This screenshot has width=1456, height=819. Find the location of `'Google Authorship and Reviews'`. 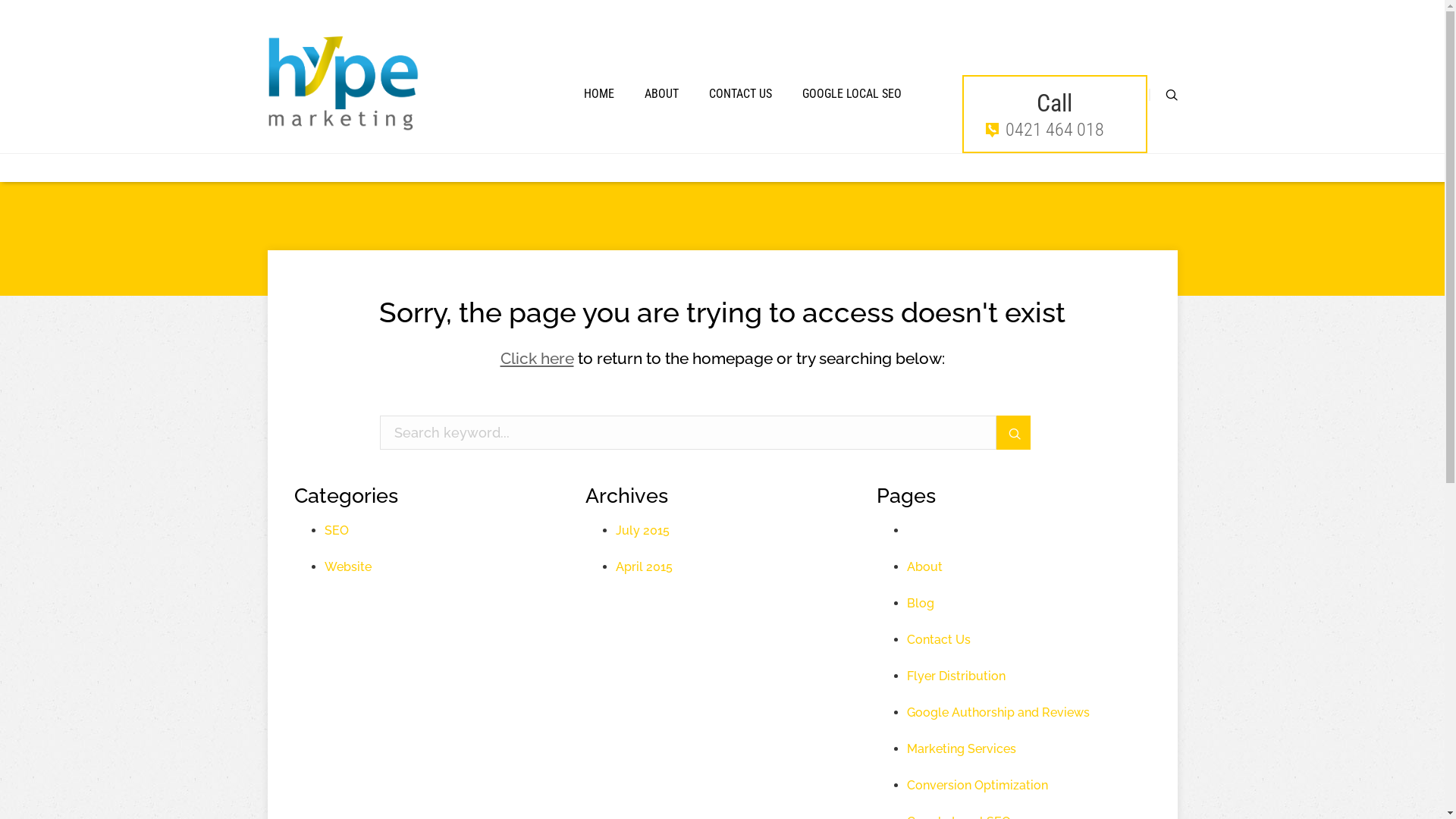

'Google Authorship and Reviews' is located at coordinates (998, 712).